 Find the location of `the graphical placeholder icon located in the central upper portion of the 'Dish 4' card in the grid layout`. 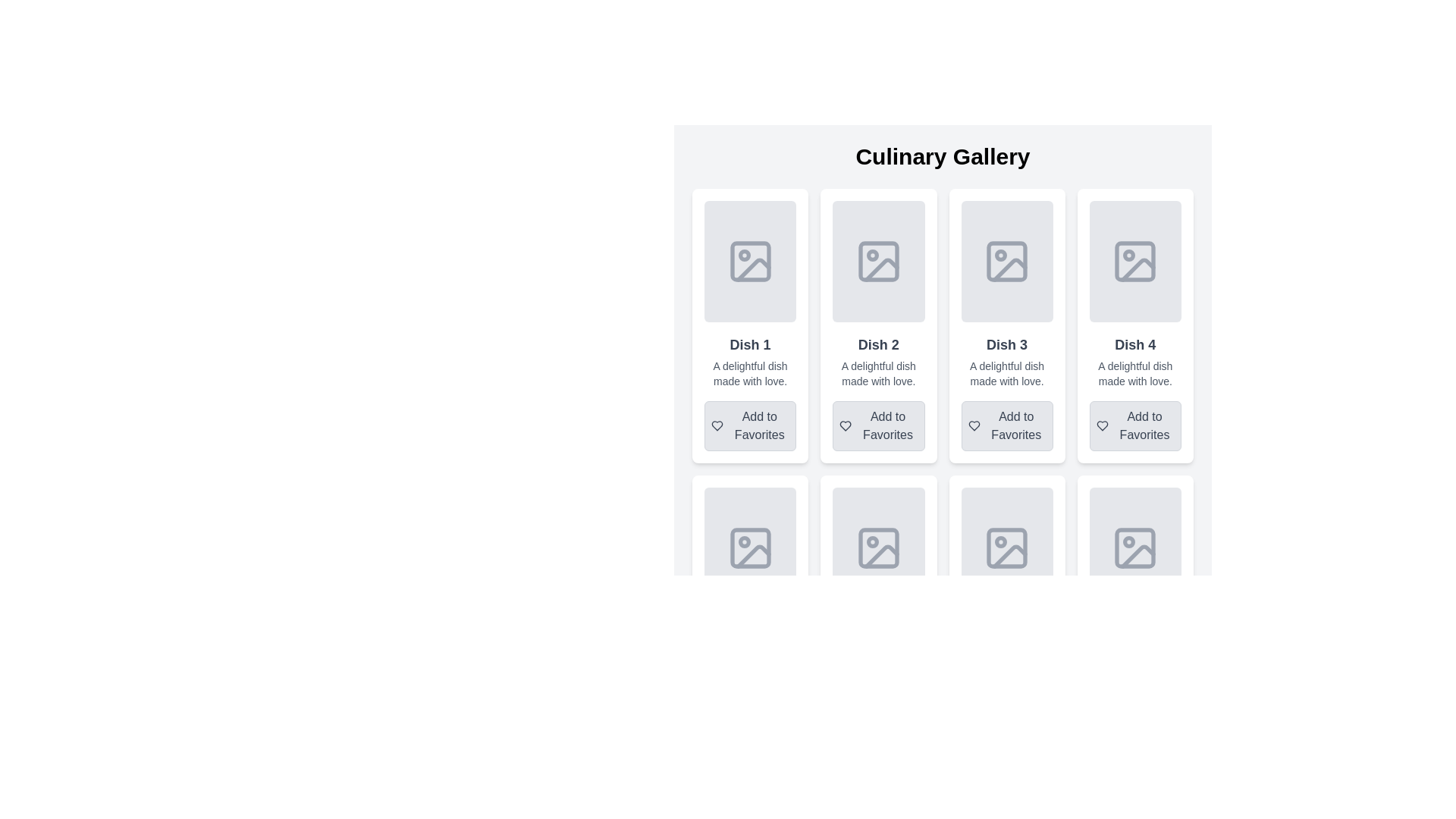

the graphical placeholder icon located in the central upper portion of the 'Dish 4' card in the grid layout is located at coordinates (1135, 260).